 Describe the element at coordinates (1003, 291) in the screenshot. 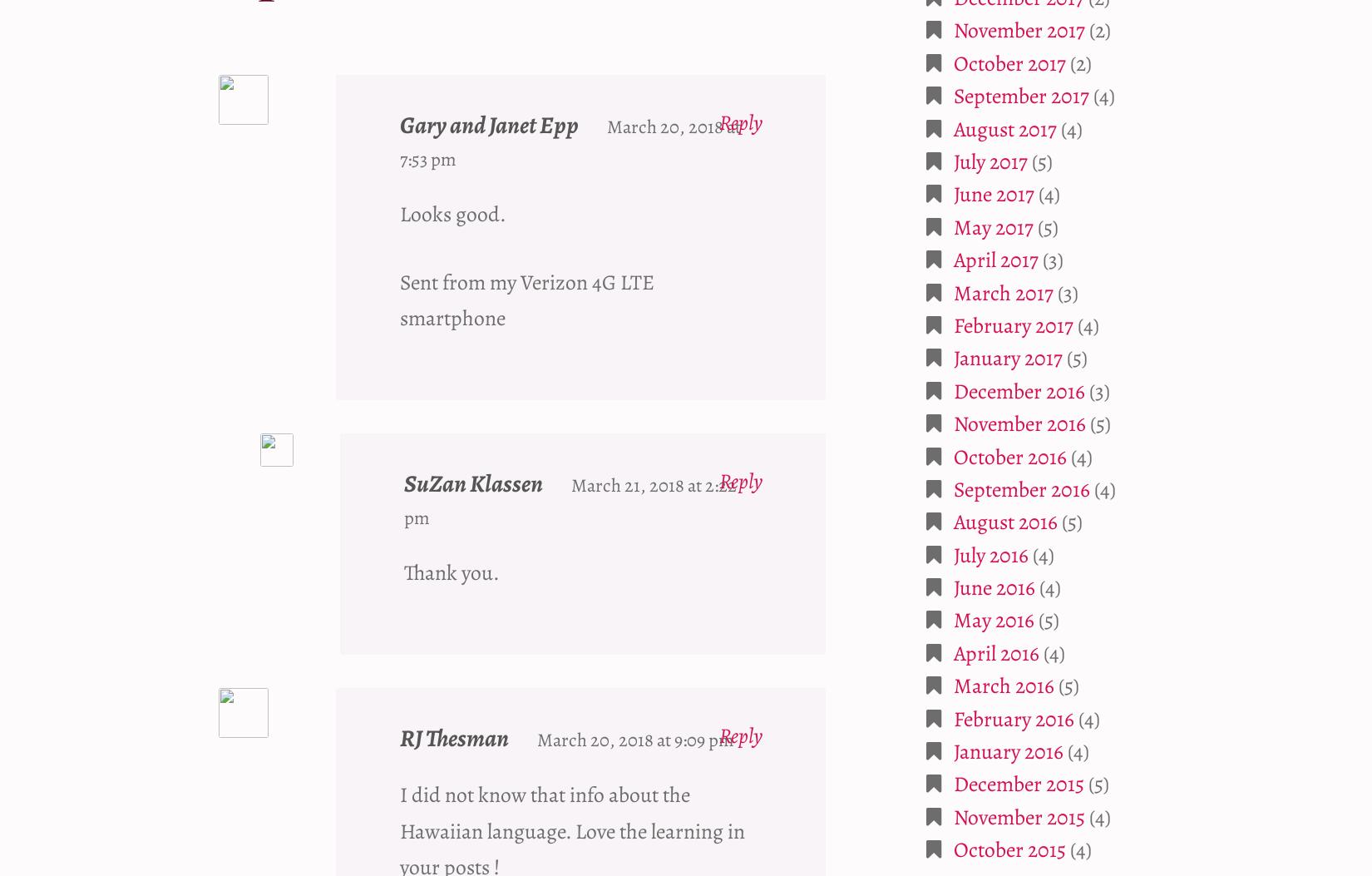

I see `'March 2017'` at that location.